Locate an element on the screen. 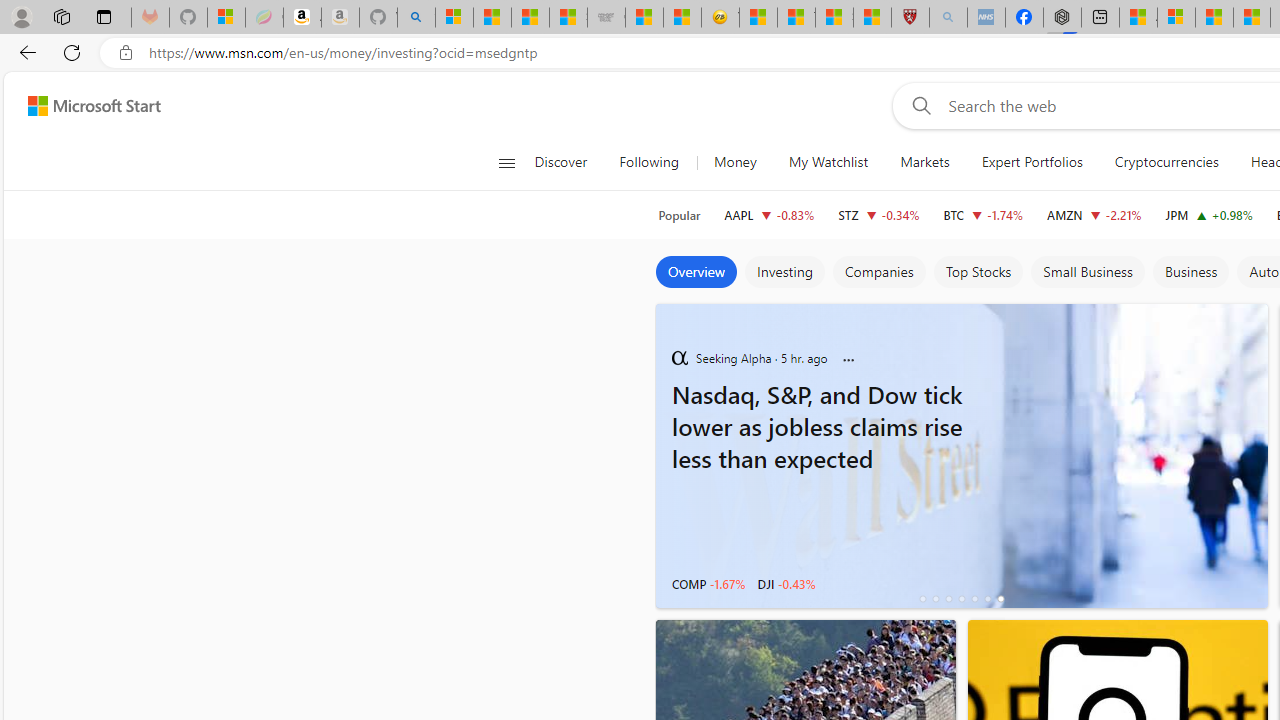 This screenshot has height=720, width=1280. 'list of asthma inhalers uk - Search - Sleeping' is located at coordinates (947, 17).